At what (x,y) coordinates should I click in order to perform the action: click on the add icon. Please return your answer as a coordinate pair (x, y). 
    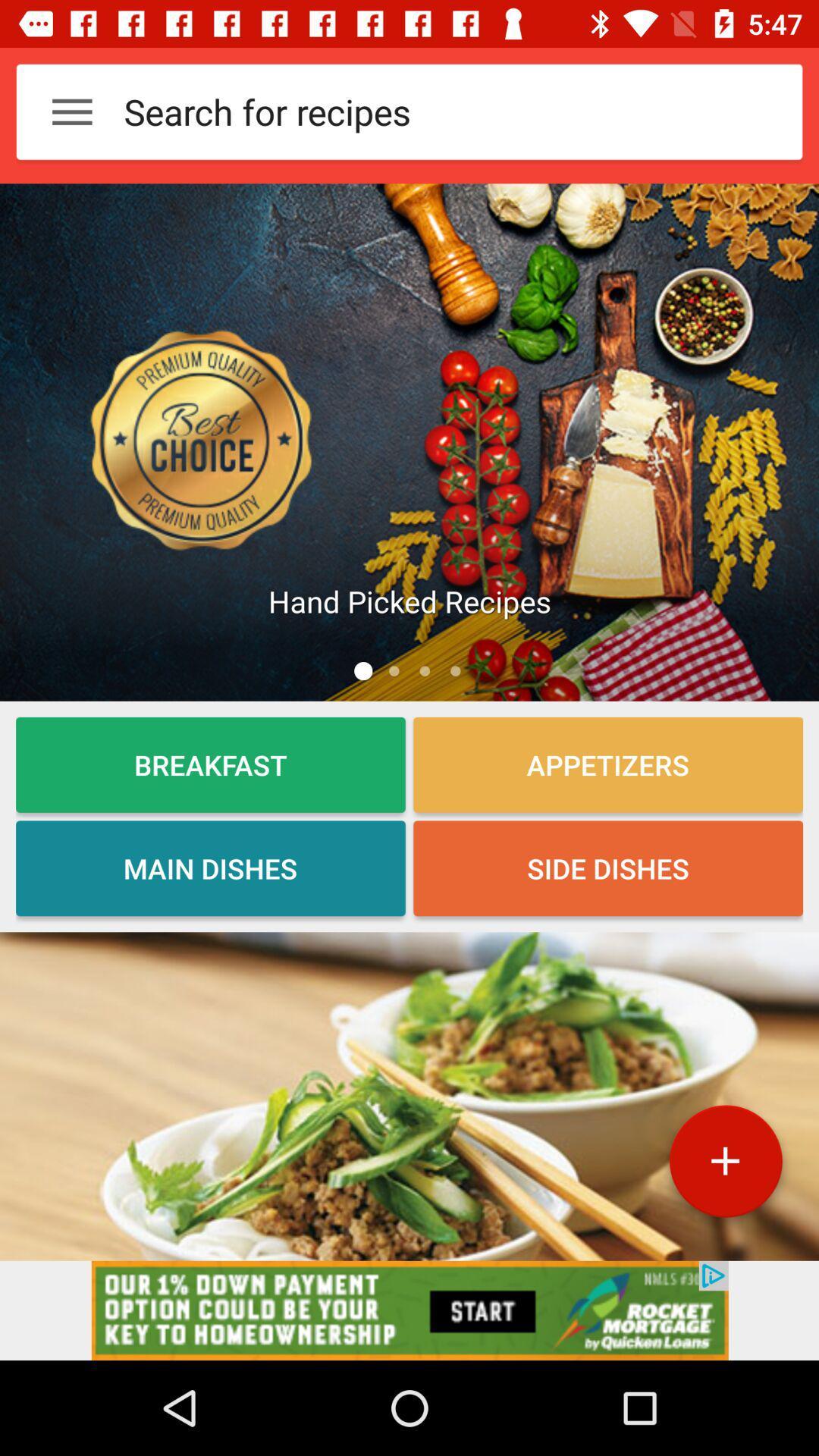
    Looking at the image, I should click on (724, 1166).